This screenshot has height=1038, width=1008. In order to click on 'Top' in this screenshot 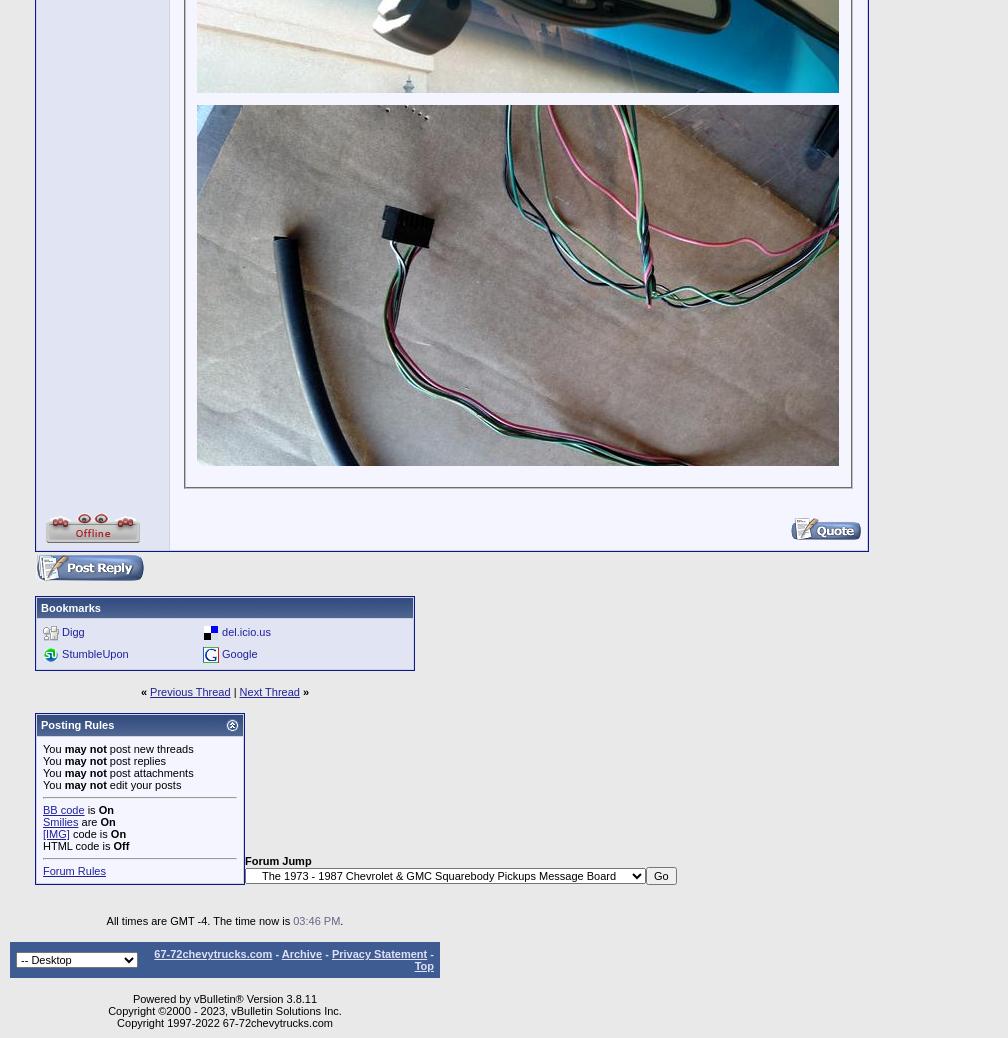, I will do `click(423, 965)`.